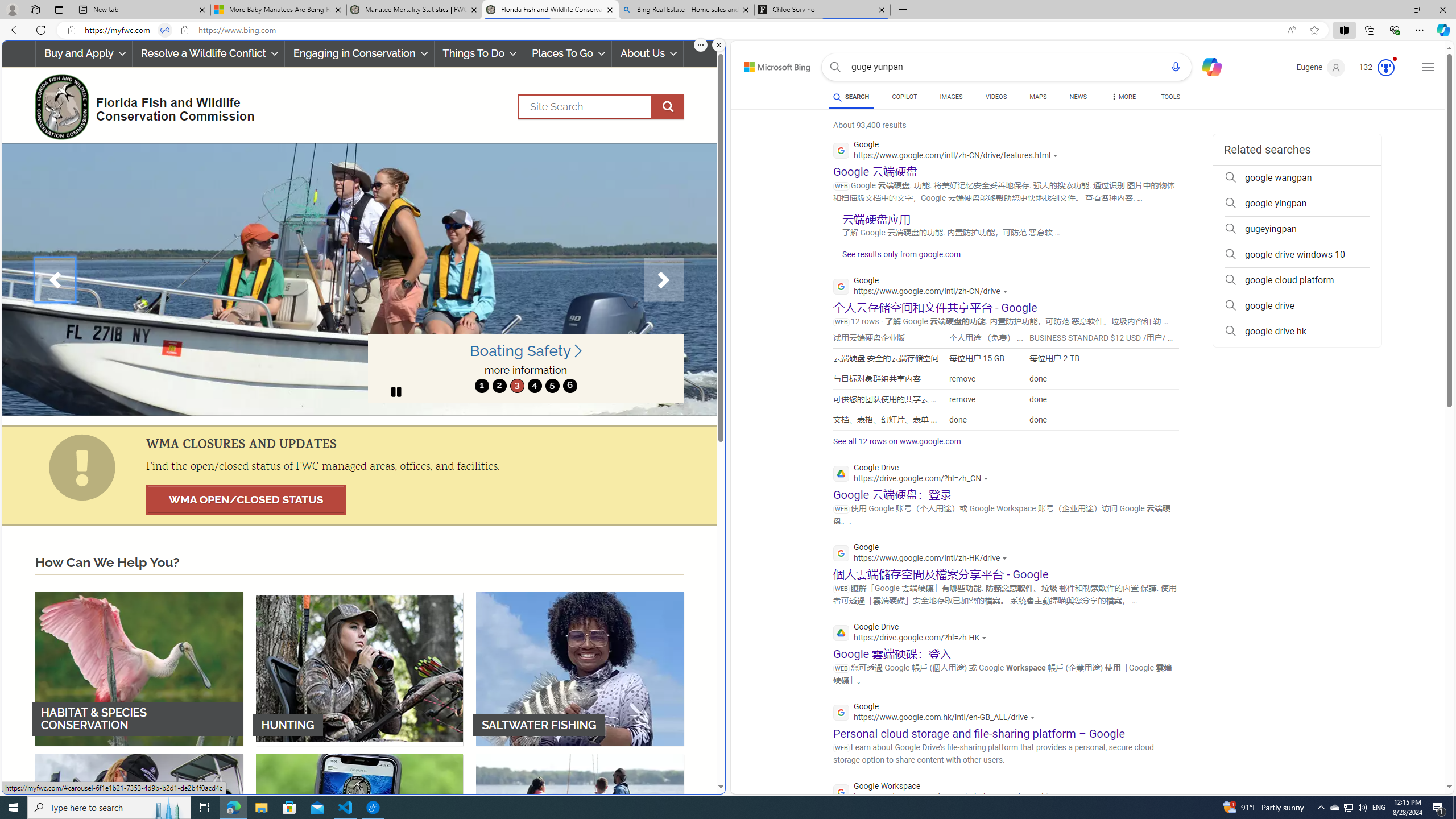  Describe the element at coordinates (208, 53) in the screenshot. I see `'Resolve a Wildlife Conflict'` at that location.